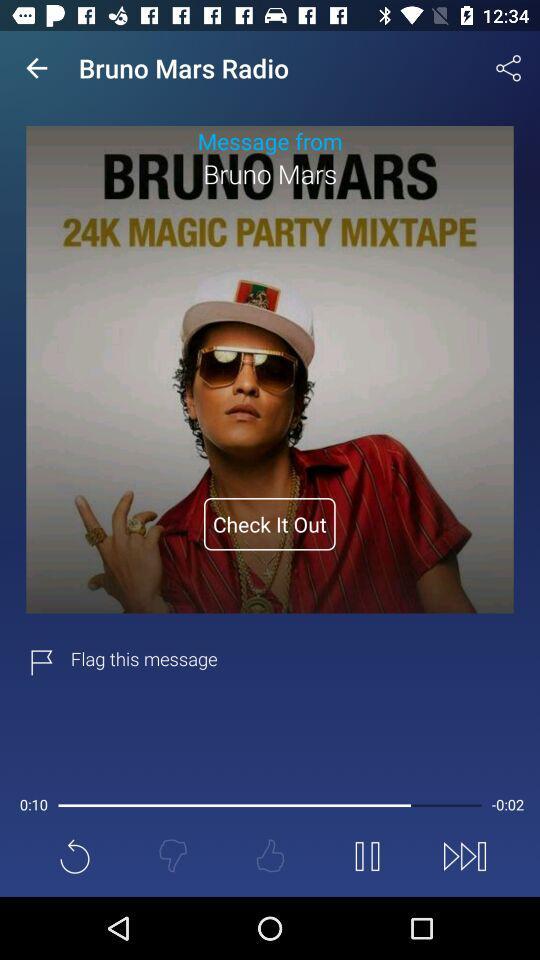 The height and width of the screenshot is (960, 540). I want to click on the thumbs_down icon, so click(172, 855).